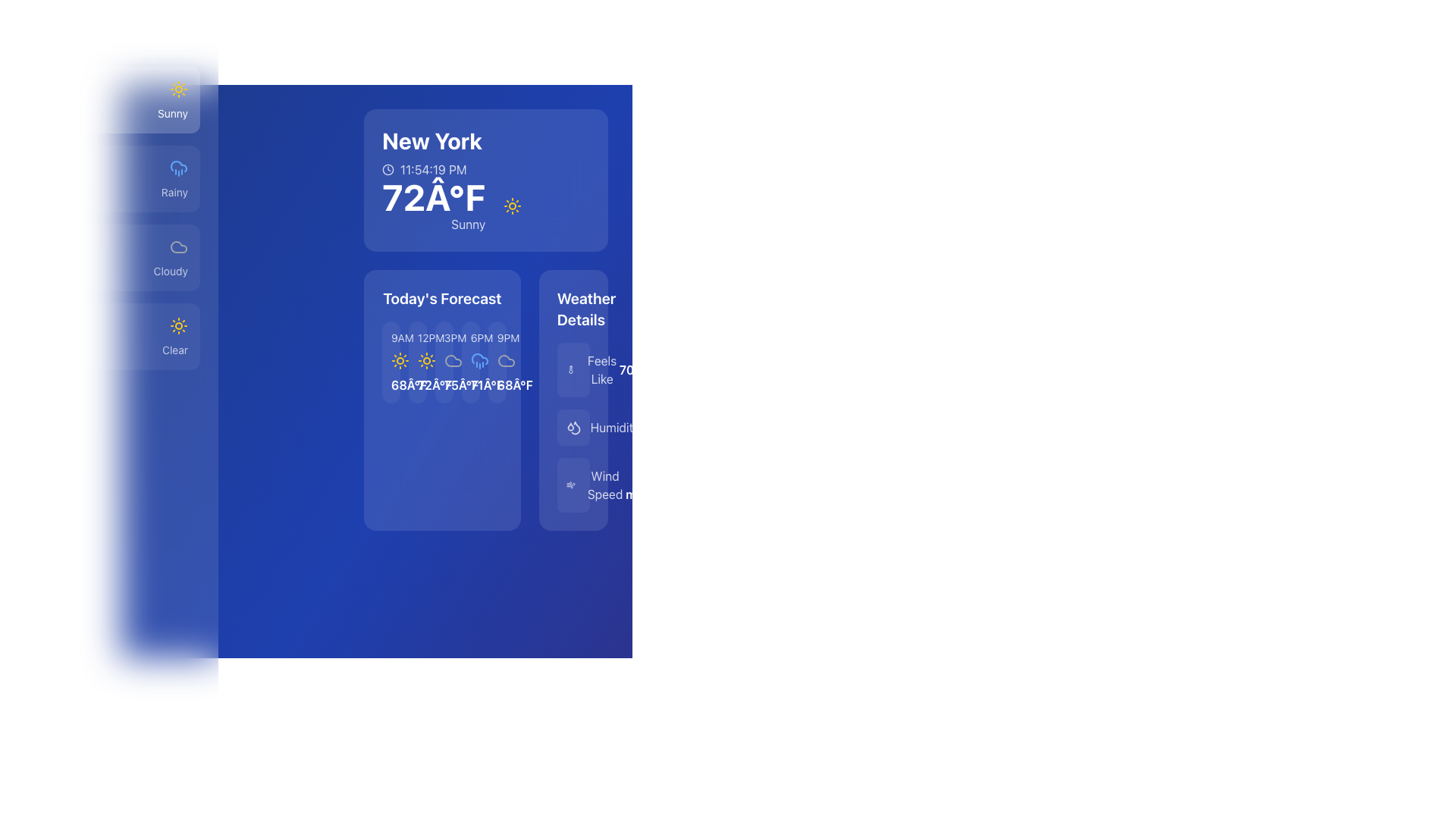 This screenshot has width=1456, height=819. What do you see at coordinates (573, 400) in the screenshot?
I see `through the information presented in the 'Weather Details' Information Card, which is a blue card with rounded corners containing weather data such as 'Feels Like 70°F', 'Humidity 65%', and 'Wind Speed 12 mph'` at bounding box center [573, 400].